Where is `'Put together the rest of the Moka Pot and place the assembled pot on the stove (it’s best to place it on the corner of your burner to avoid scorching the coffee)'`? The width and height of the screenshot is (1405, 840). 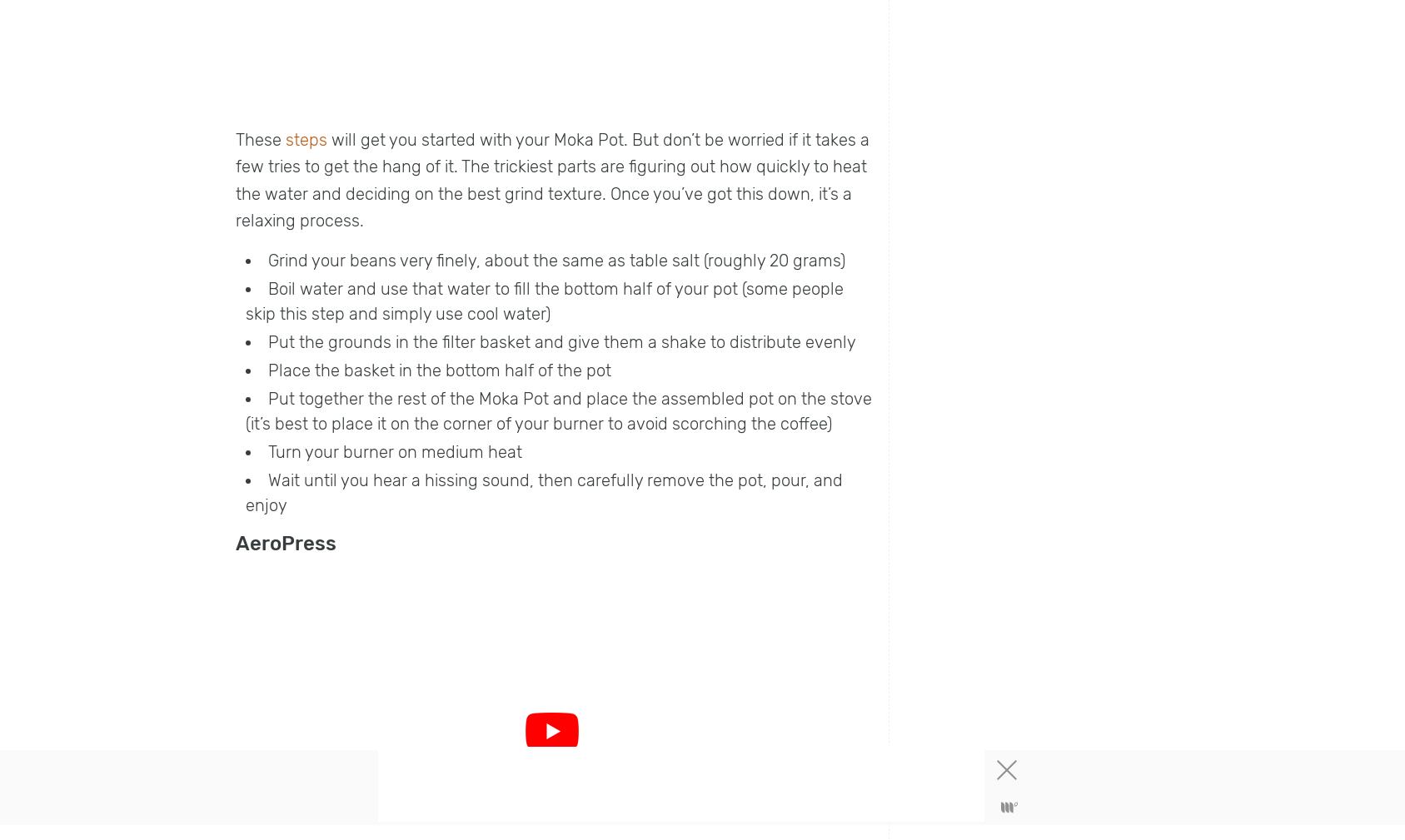 'Put together the rest of the Moka Pot and place the assembled pot on the stove (it’s best to place it on the corner of your burner to avoid scorching the coffee)' is located at coordinates (245, 409).